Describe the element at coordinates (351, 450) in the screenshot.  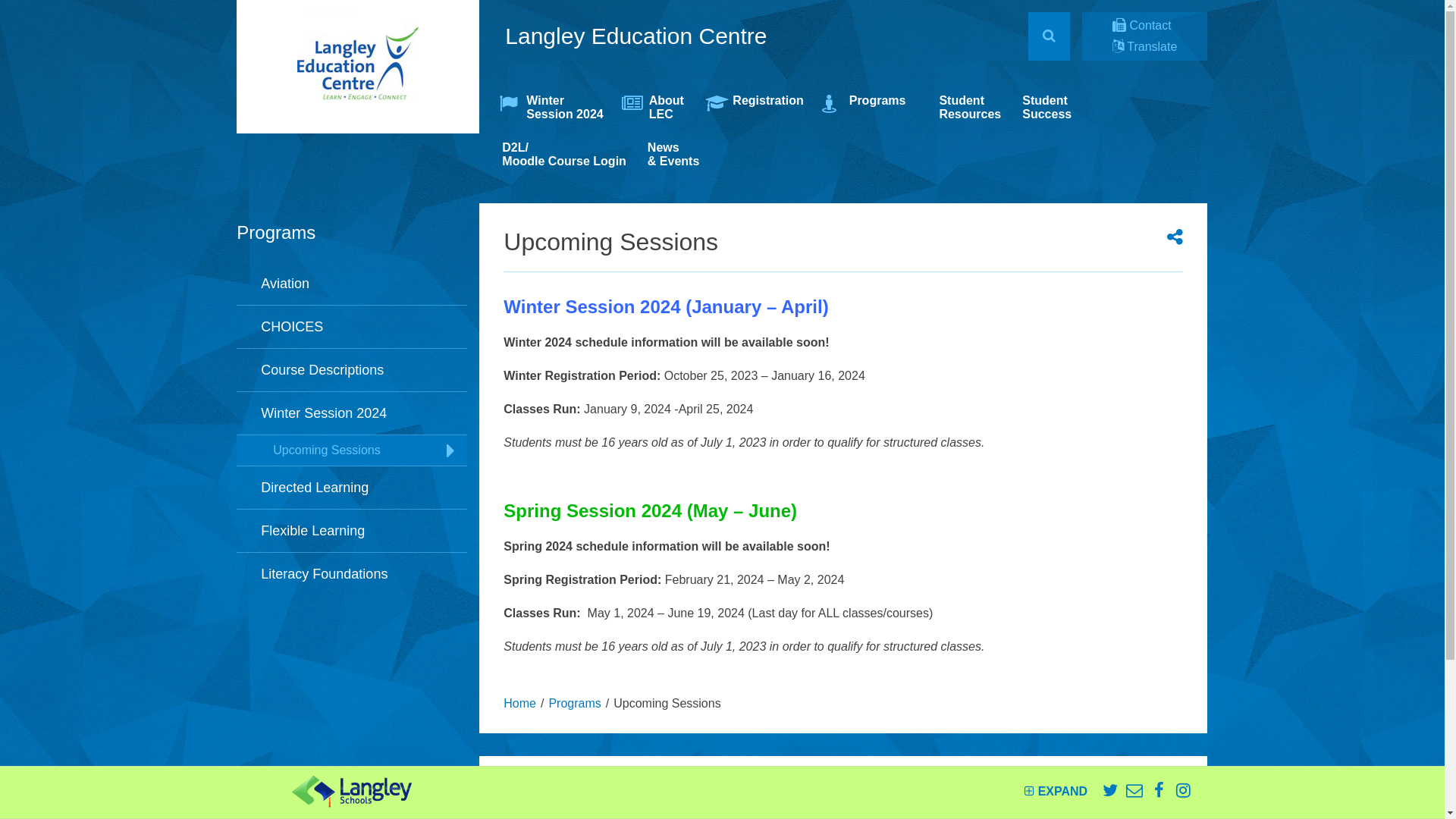
I see `'Upcoming Sessions'` at that location.